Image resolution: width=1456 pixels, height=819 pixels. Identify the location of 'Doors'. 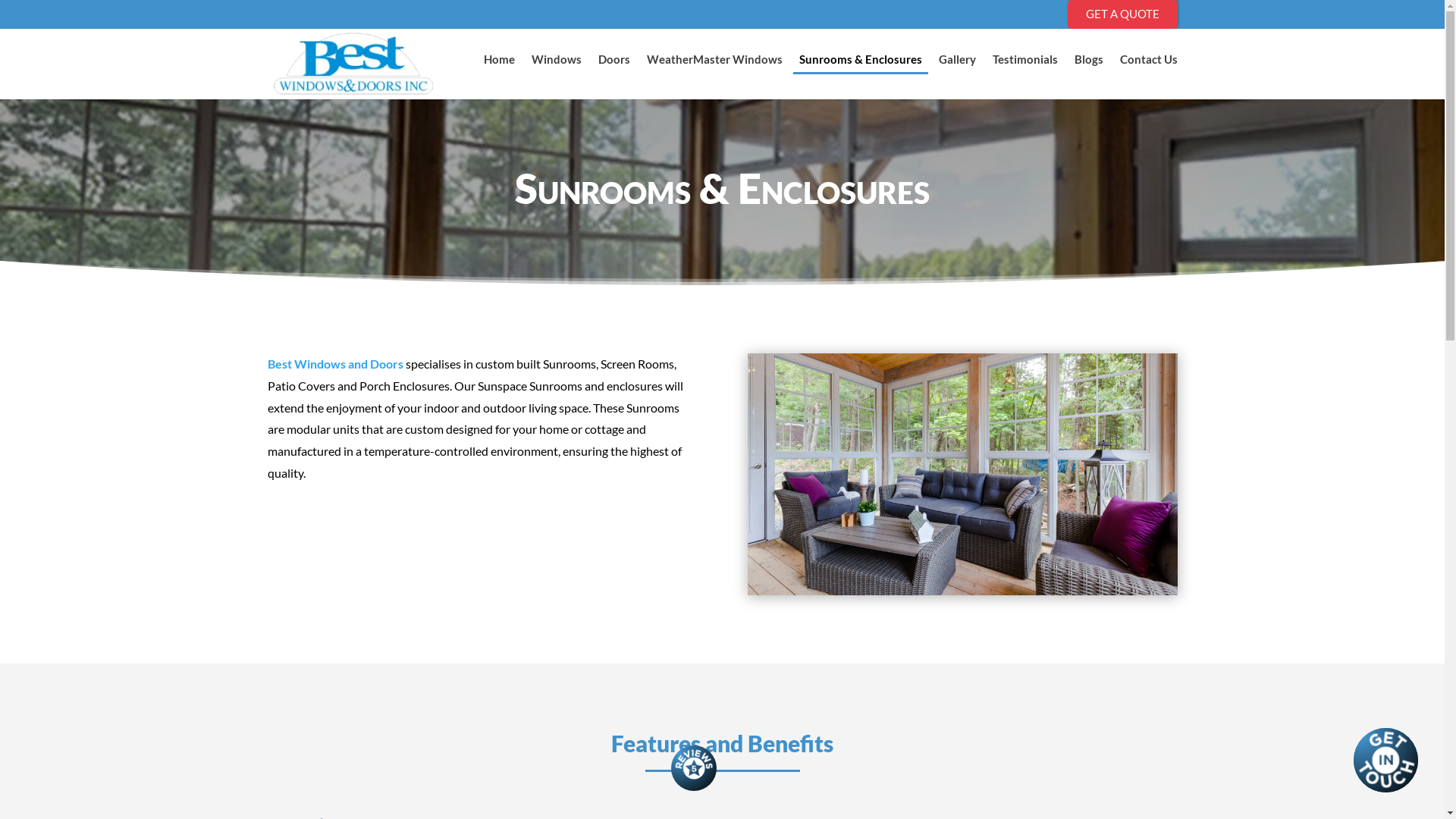
(596, 71).